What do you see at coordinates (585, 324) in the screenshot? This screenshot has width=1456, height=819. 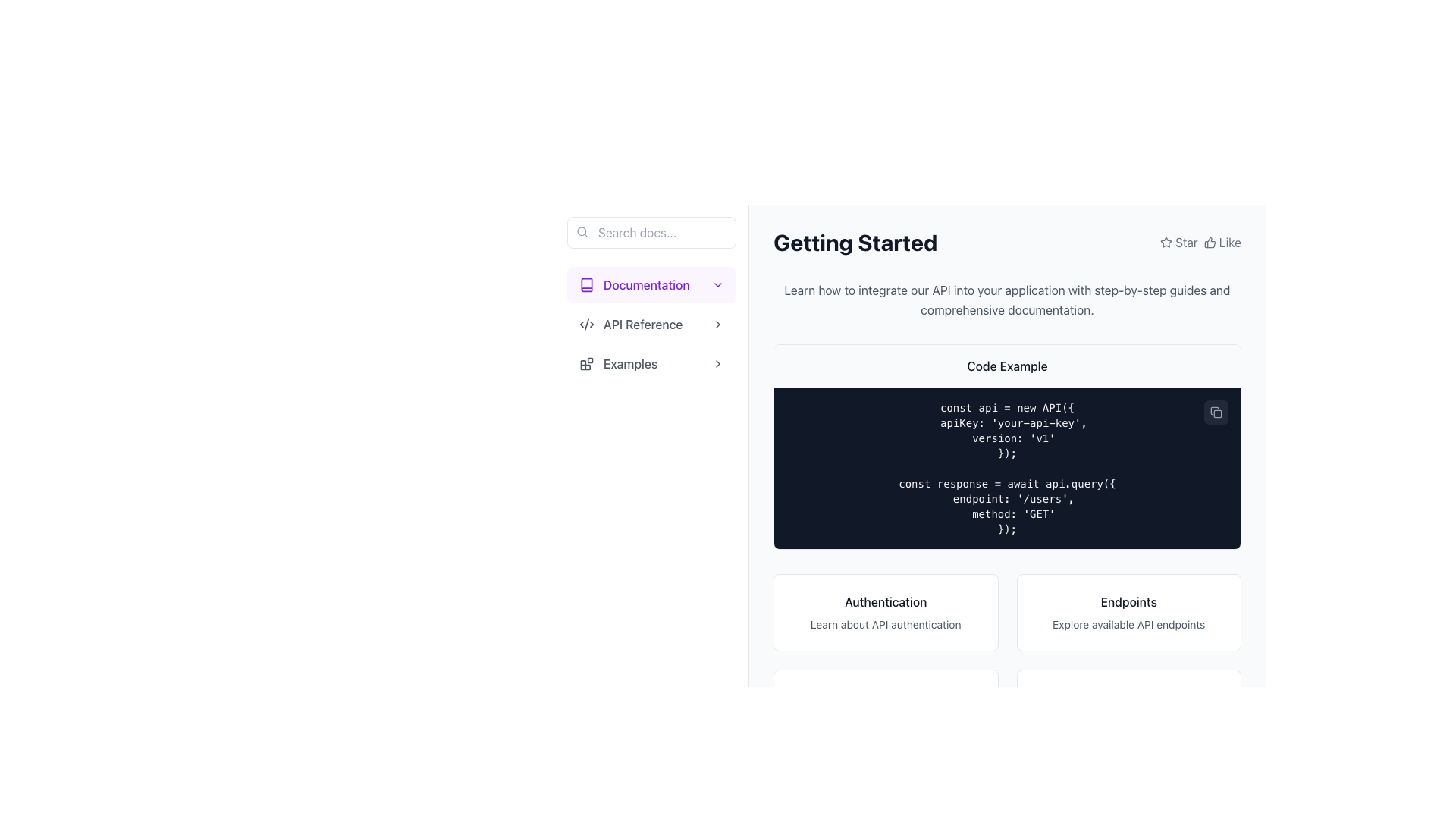 I see `the central segment of the SVG icon located in the sidebar area for further inspection and interaction` at bounding box center [585, 324].